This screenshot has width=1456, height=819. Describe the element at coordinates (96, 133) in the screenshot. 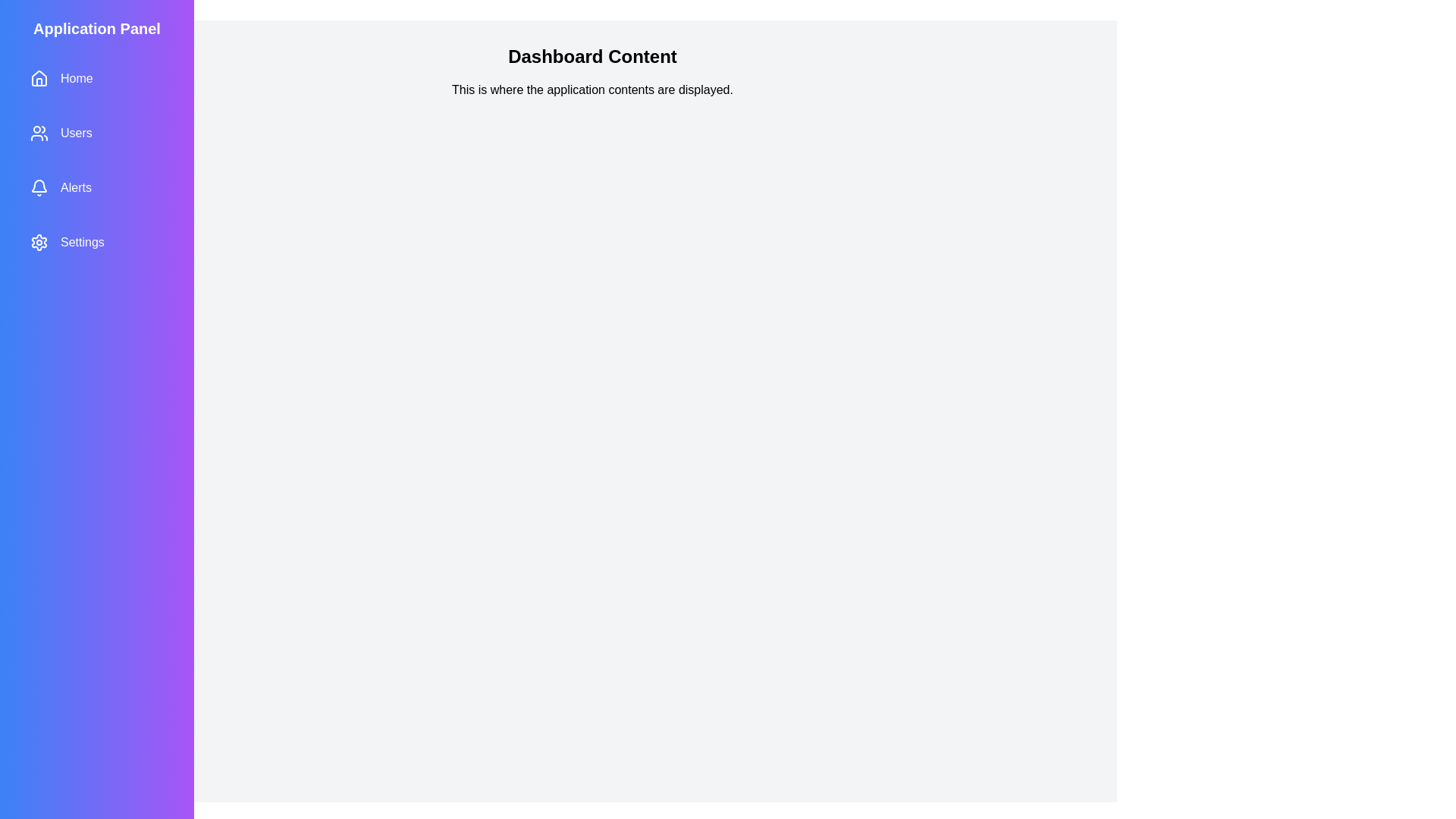

I see `the navigation item Users from the sidebar` at that location.